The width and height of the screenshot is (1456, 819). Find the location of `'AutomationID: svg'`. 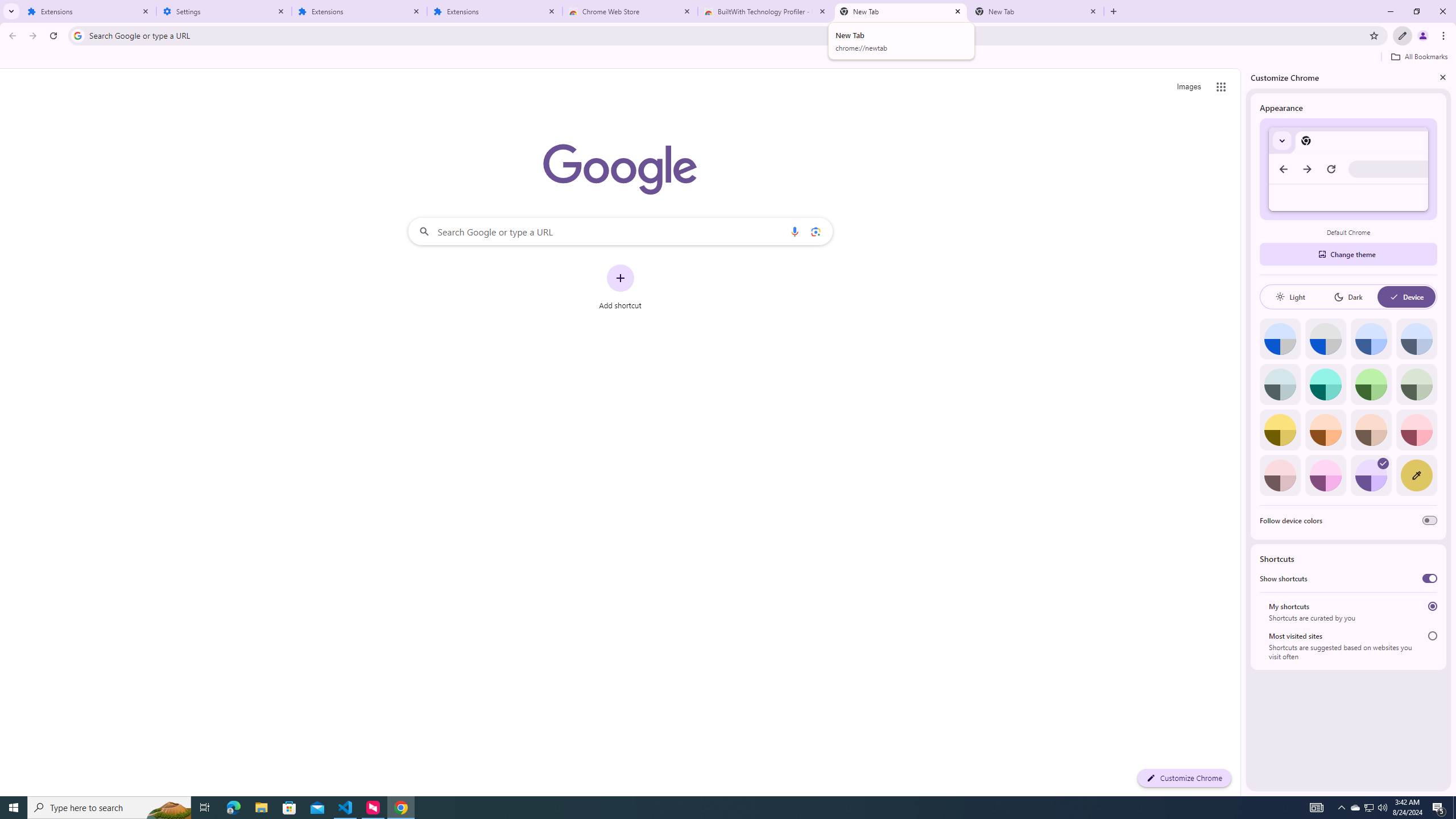

'AutomationID: svg' is located at coordinates (1383, 464).